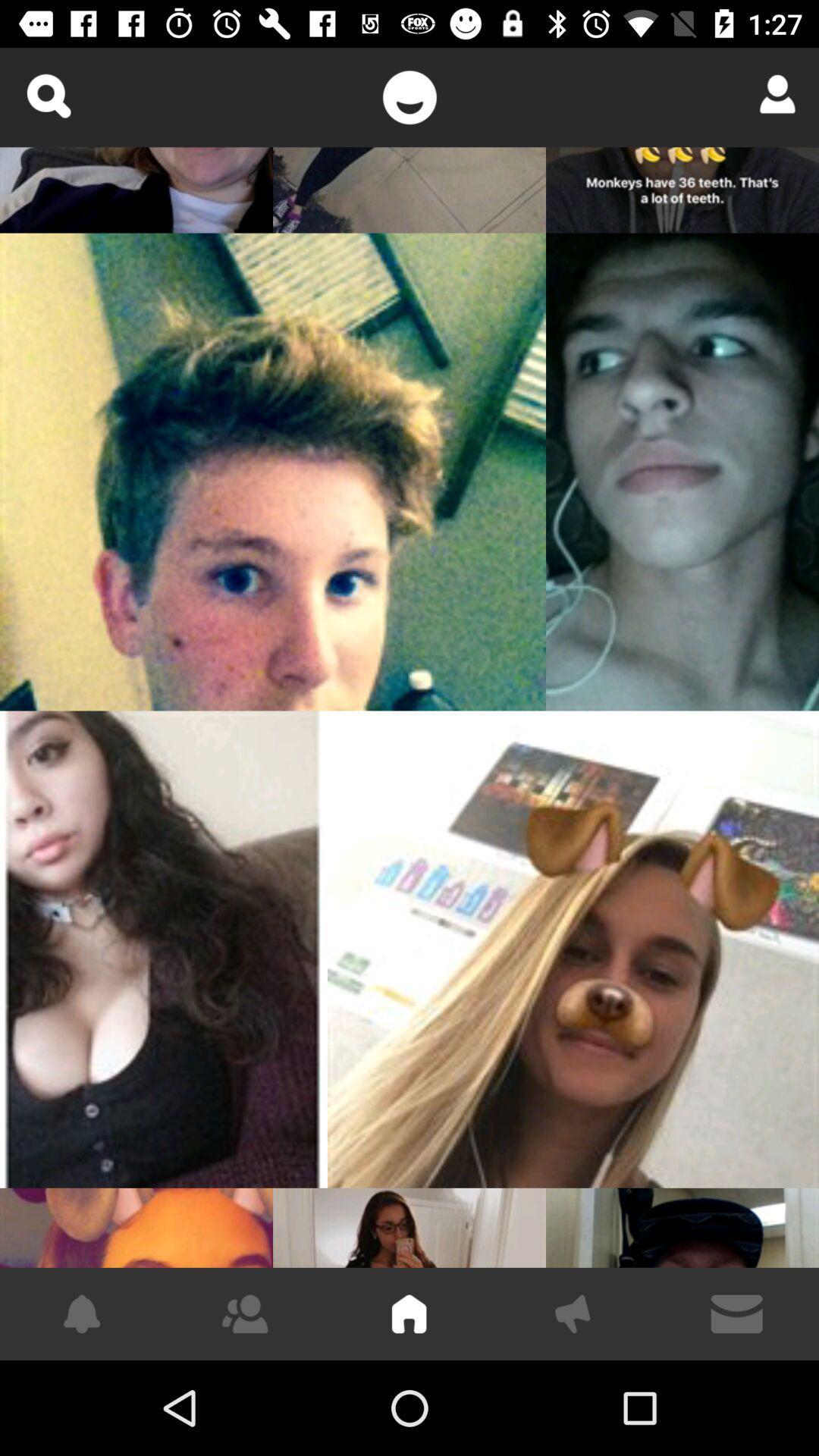 This screenshot has height=1456, width=819. I want to click on the search icon, so click(47, 95).